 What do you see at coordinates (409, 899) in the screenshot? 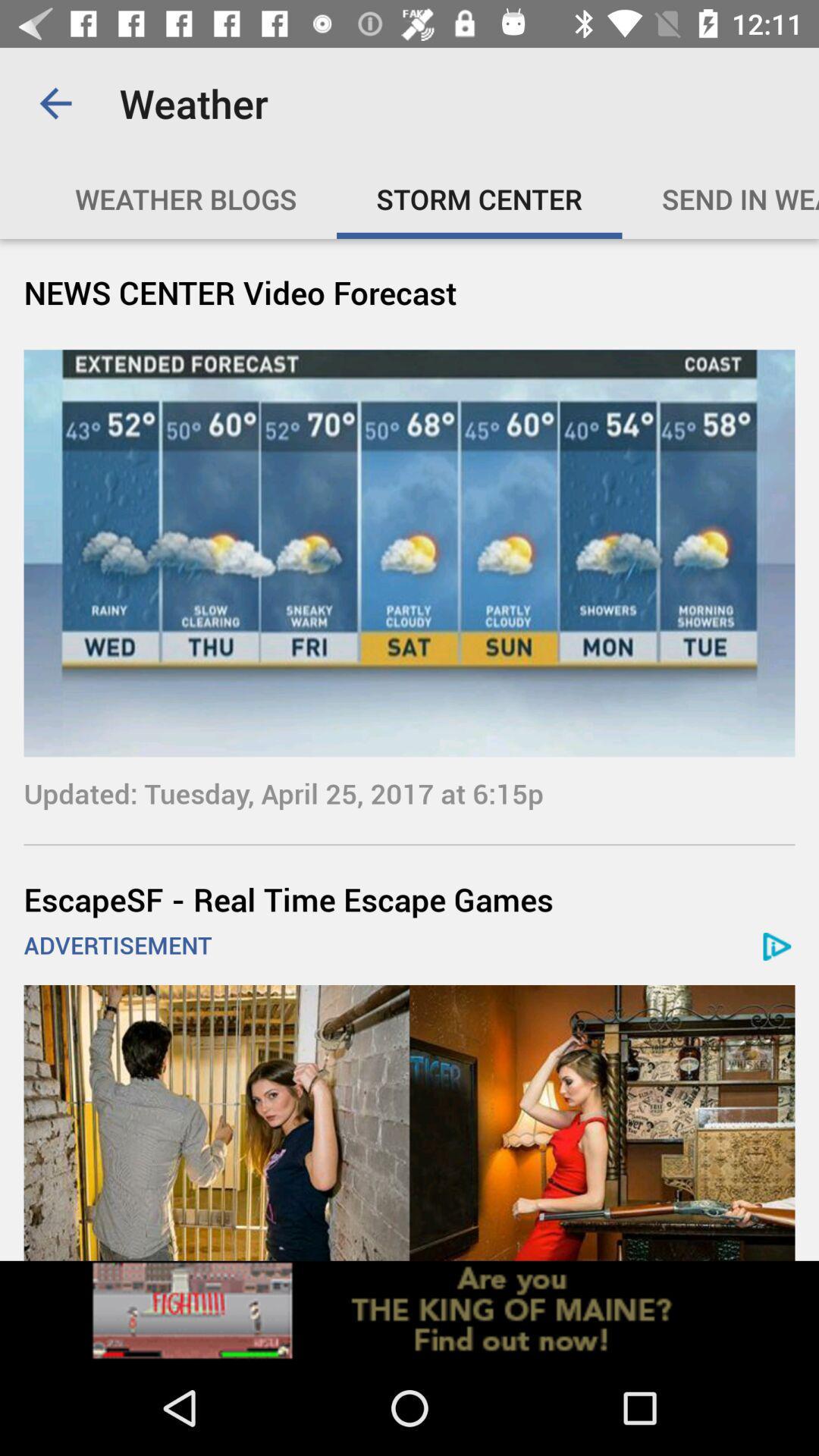
I see `the text above advertisement` at bounding box center [409, 899].